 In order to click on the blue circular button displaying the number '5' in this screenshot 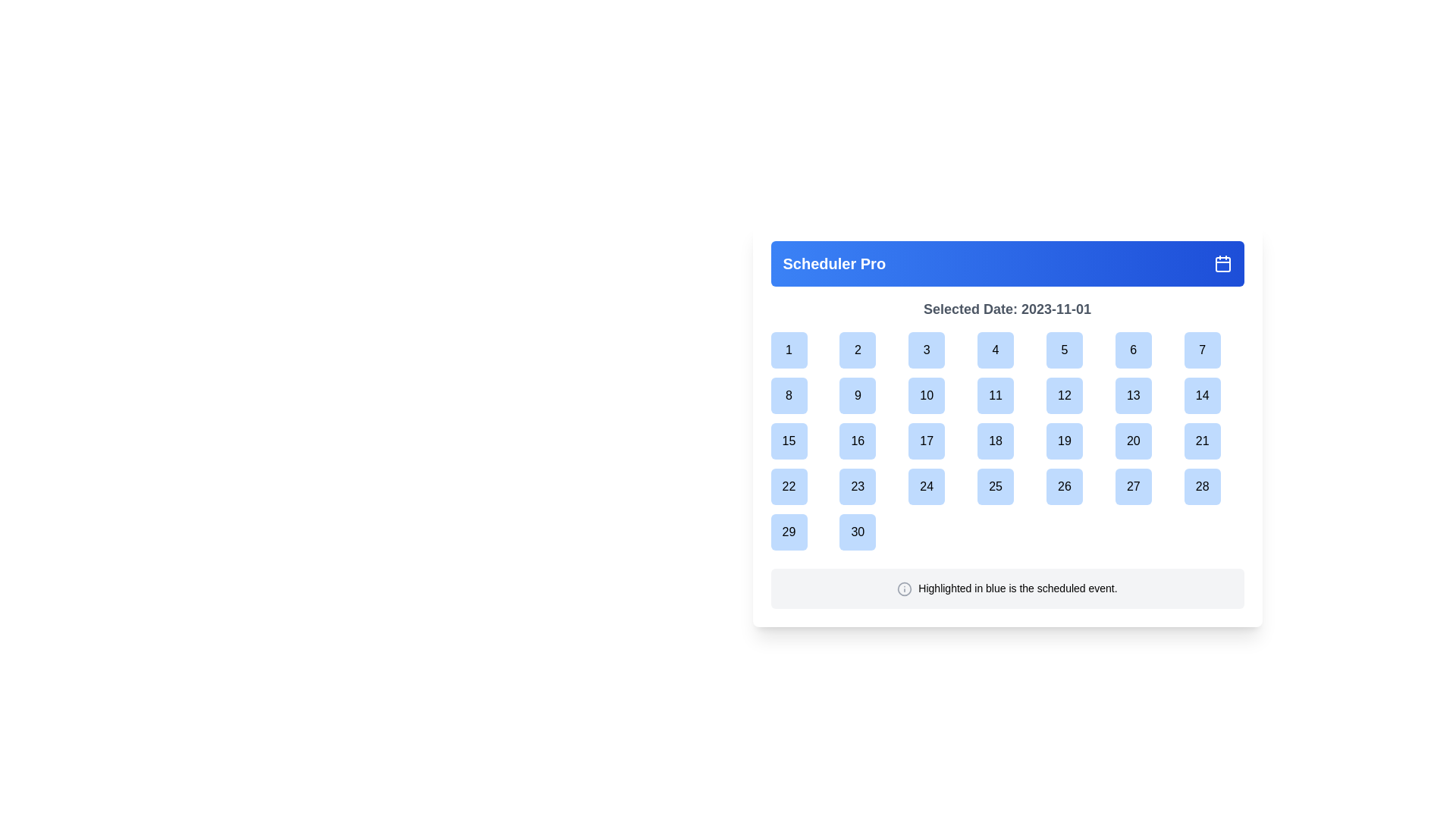, I will do `click(1063, 350)`.